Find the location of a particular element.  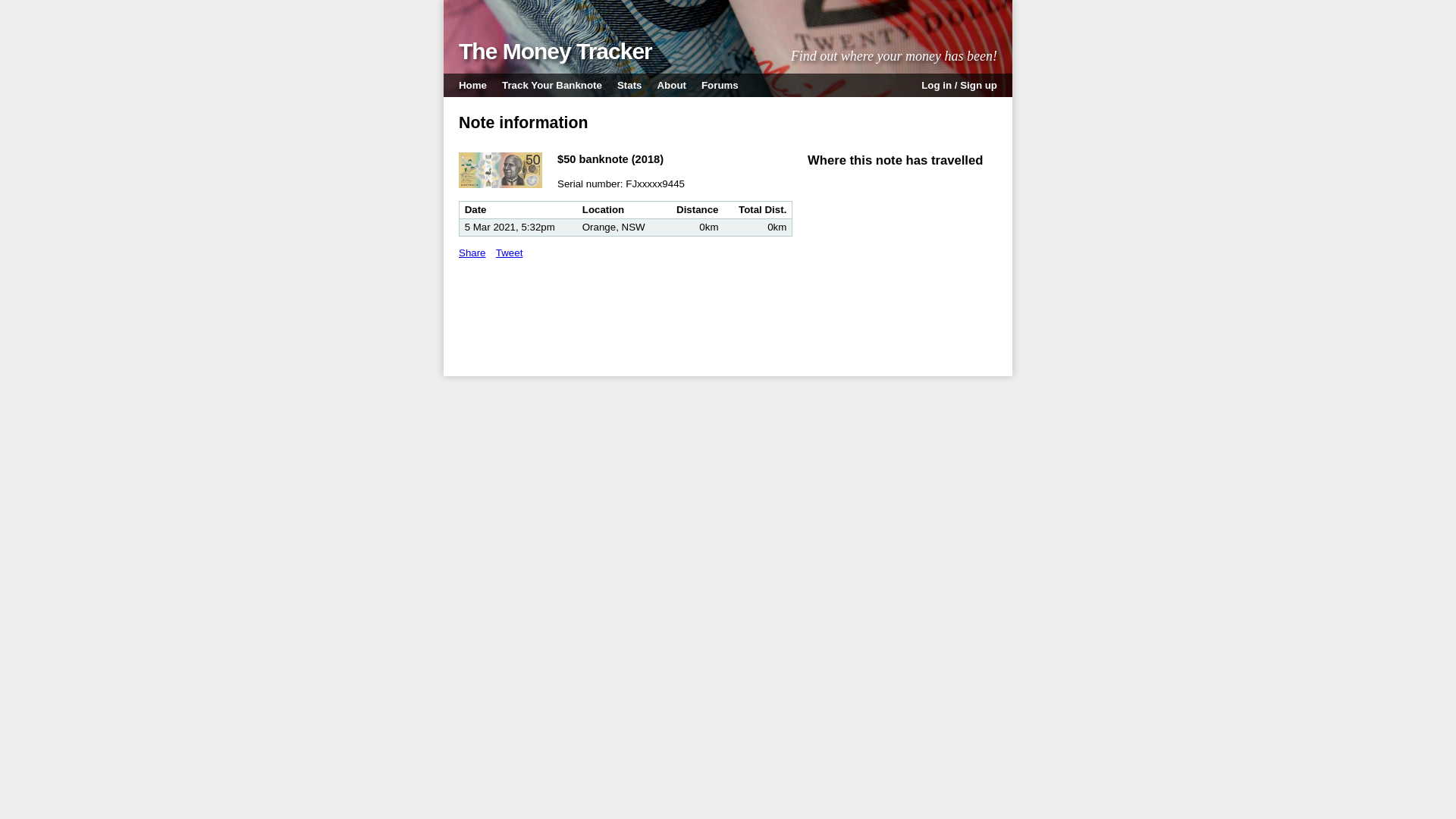

'Forums' is located at coordinates (719, 85).